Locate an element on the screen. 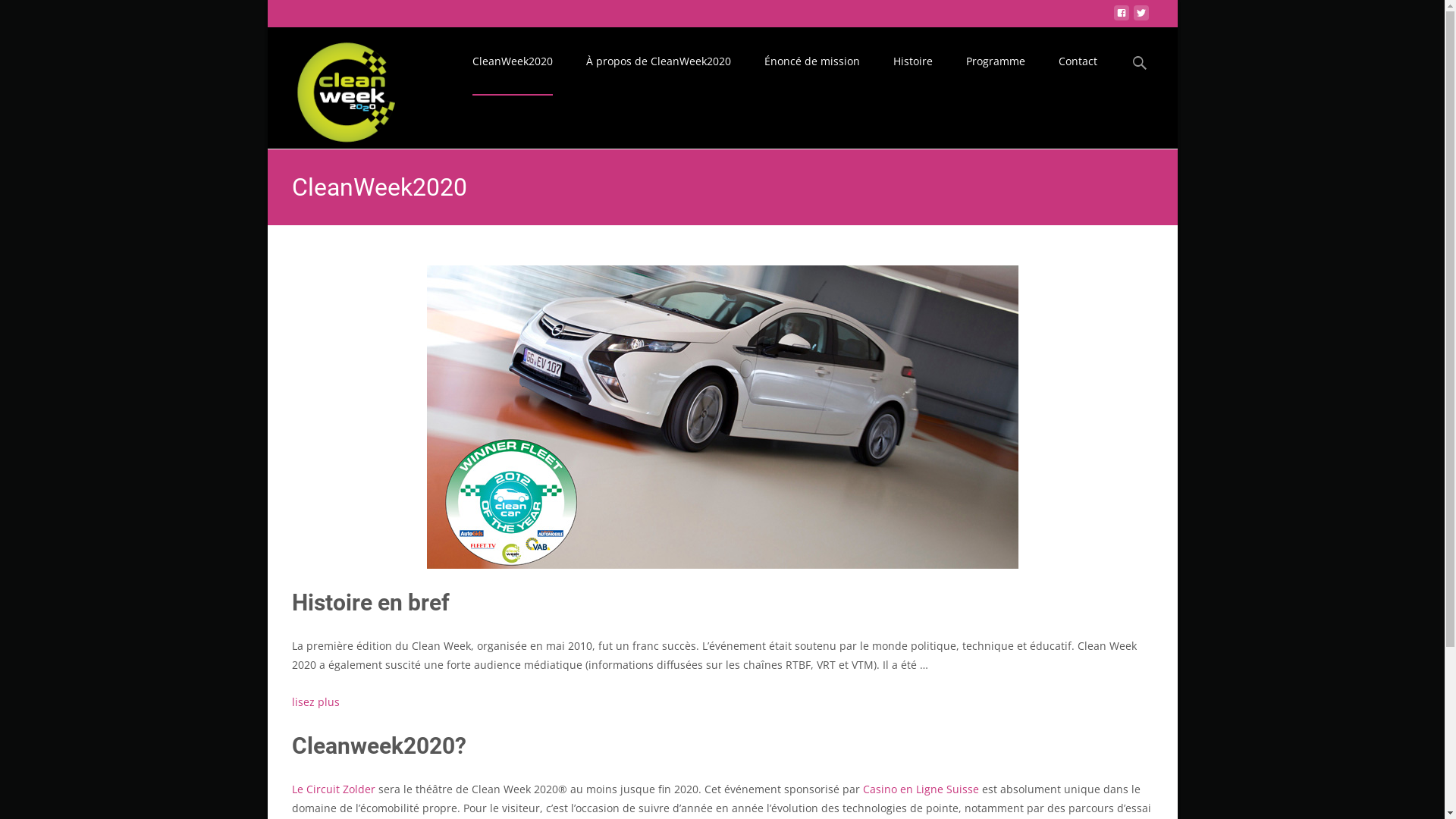  'Contact' is located at coordinates (1077, 61).